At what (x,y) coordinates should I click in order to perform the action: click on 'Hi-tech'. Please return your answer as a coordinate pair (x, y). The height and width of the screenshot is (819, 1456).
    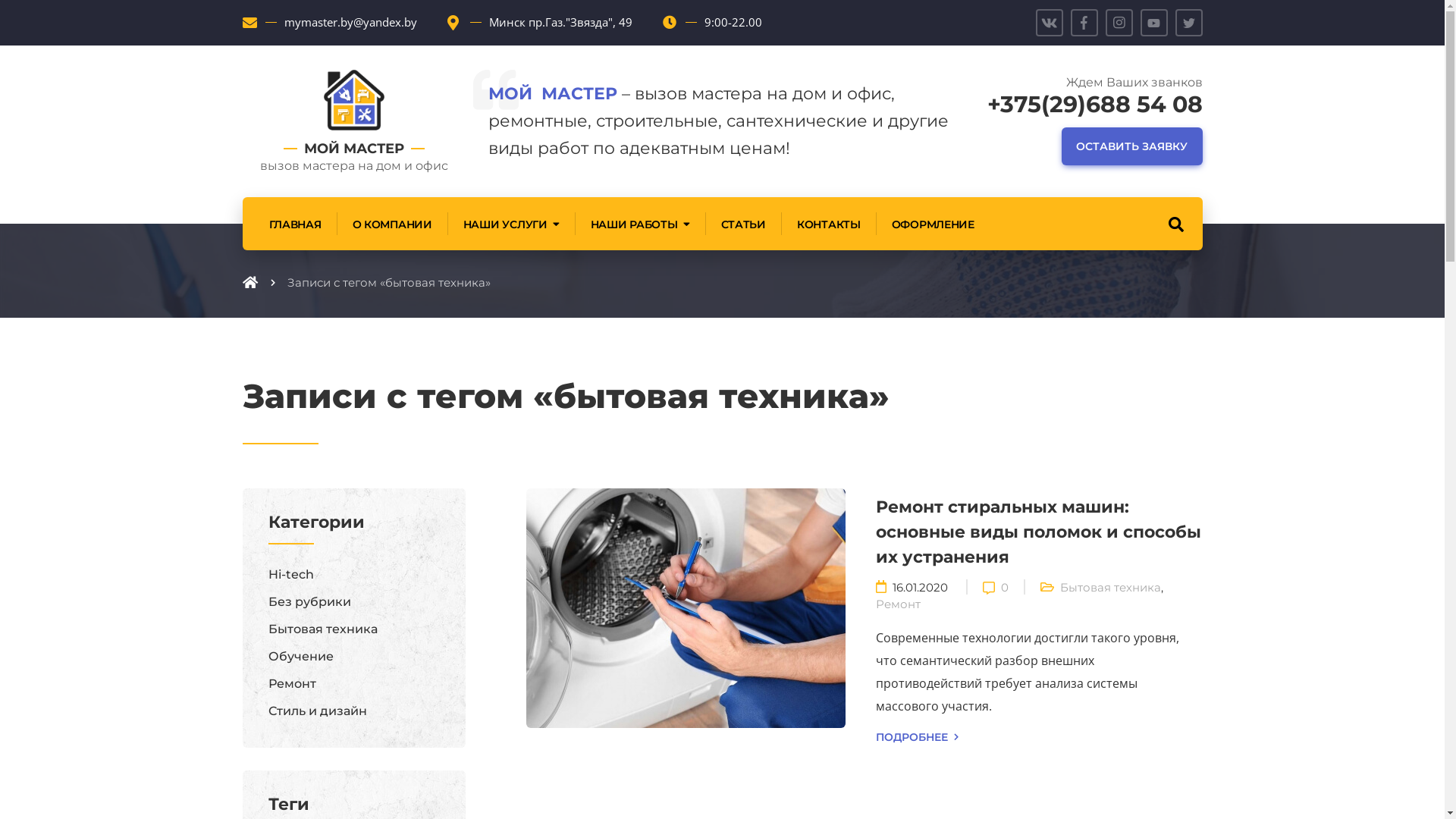
    Looking at the image, I should click on (291, 574).